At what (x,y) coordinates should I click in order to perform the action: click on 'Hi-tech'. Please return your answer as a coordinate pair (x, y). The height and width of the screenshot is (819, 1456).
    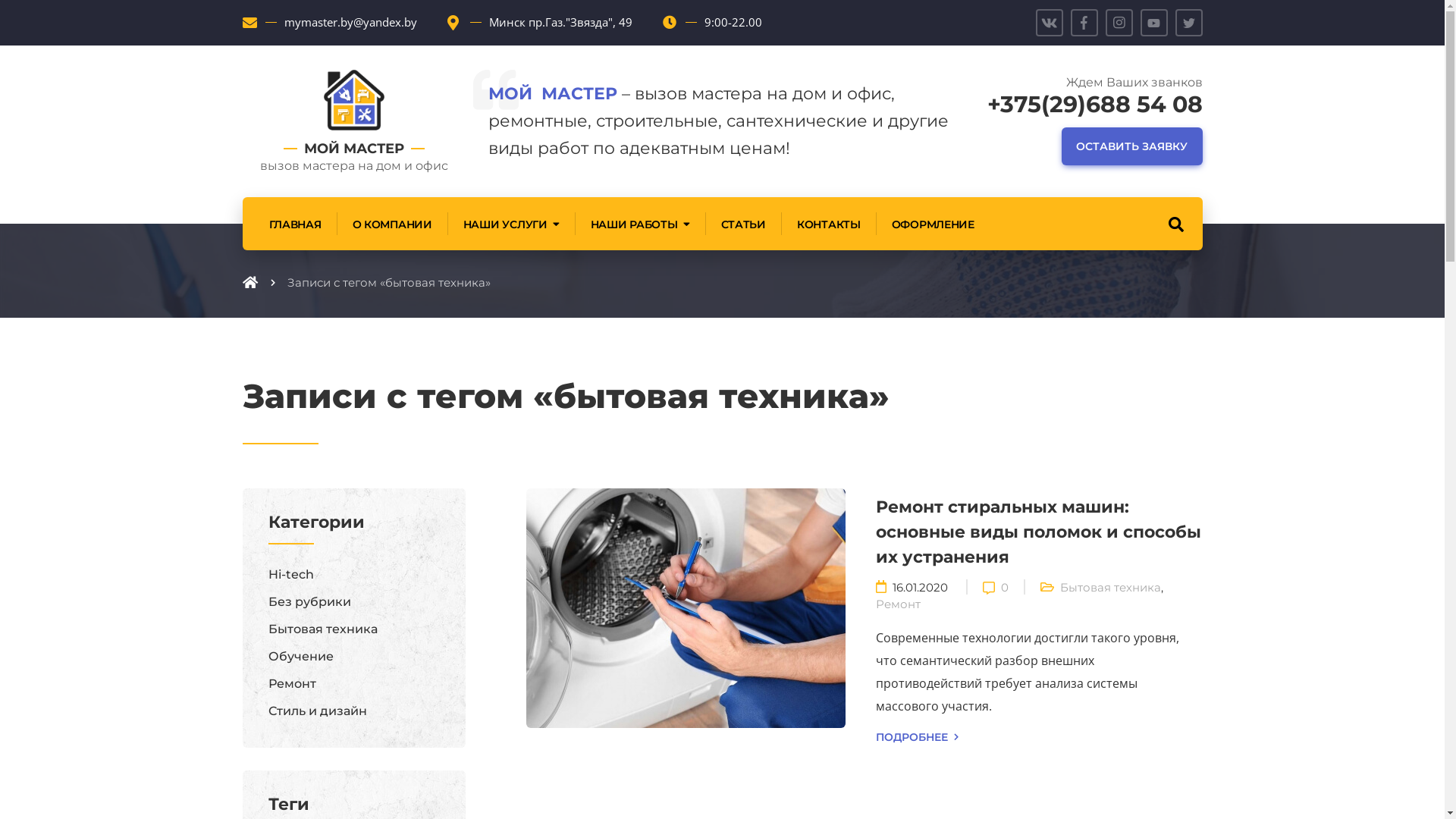
    Looking at the image, I should click on (291, 574).